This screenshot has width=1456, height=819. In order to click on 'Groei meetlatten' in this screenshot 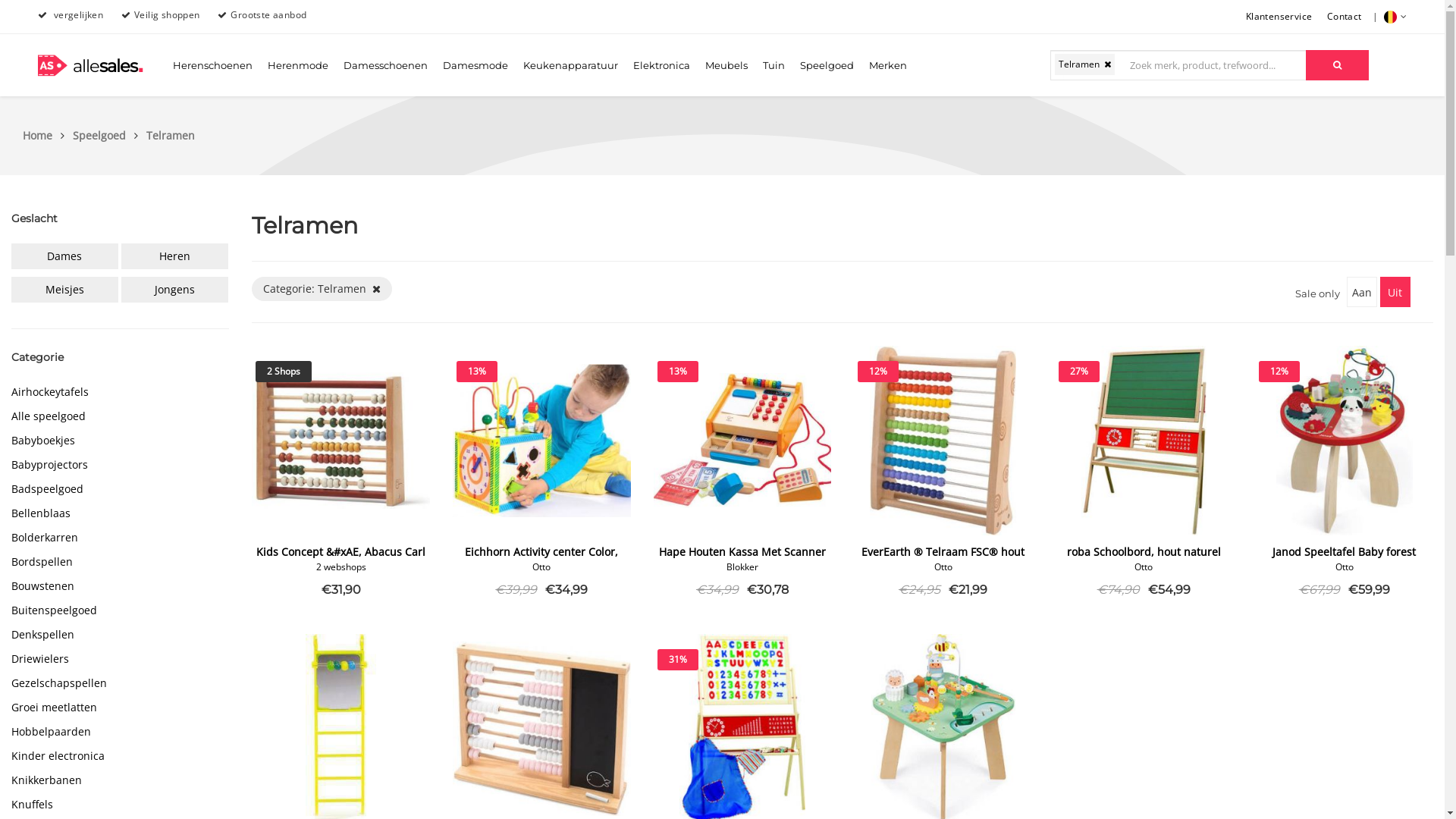, I will do `click(119, 708)`.